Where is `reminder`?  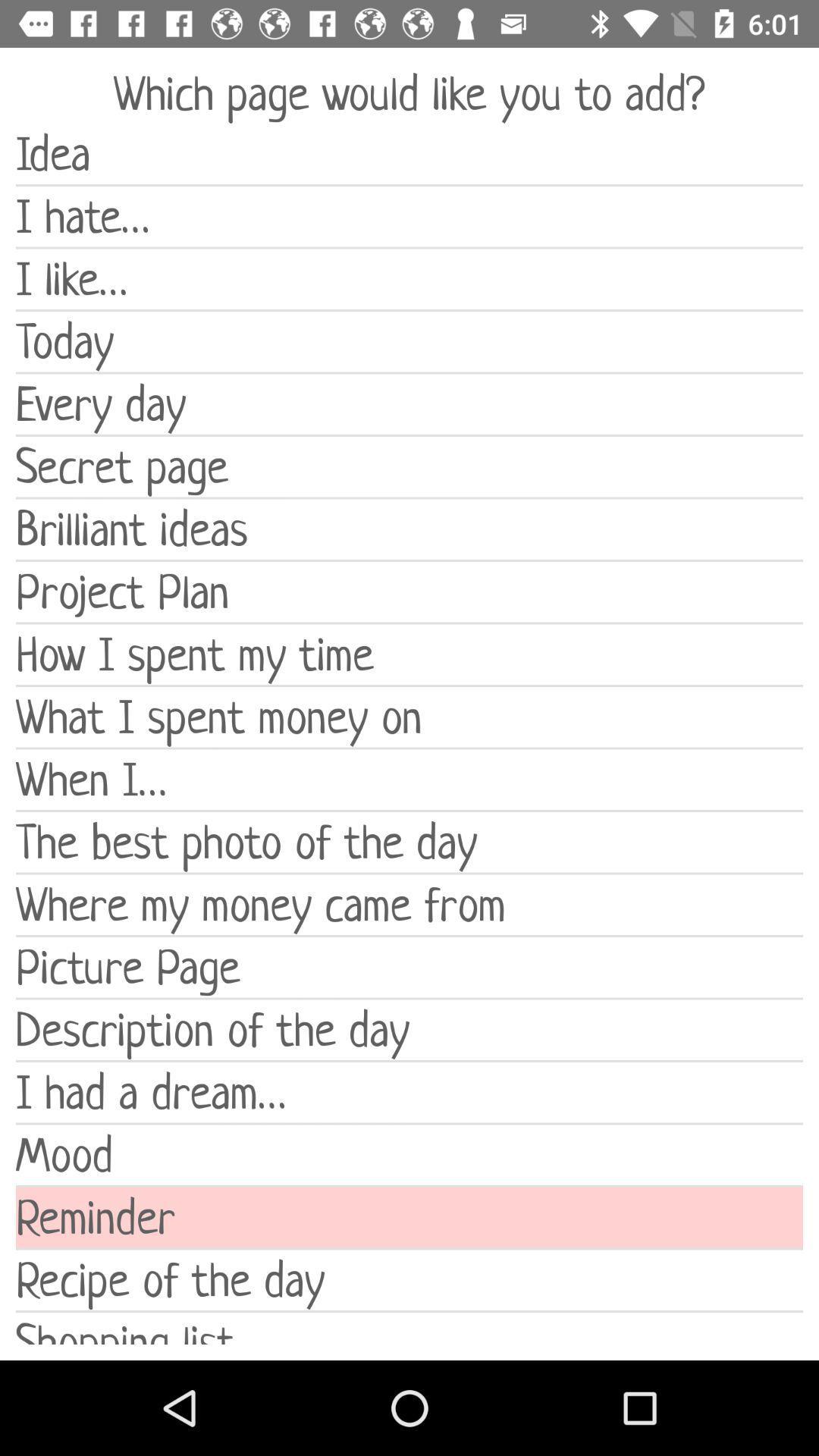
reminder is located at coordinates (409, 1217).